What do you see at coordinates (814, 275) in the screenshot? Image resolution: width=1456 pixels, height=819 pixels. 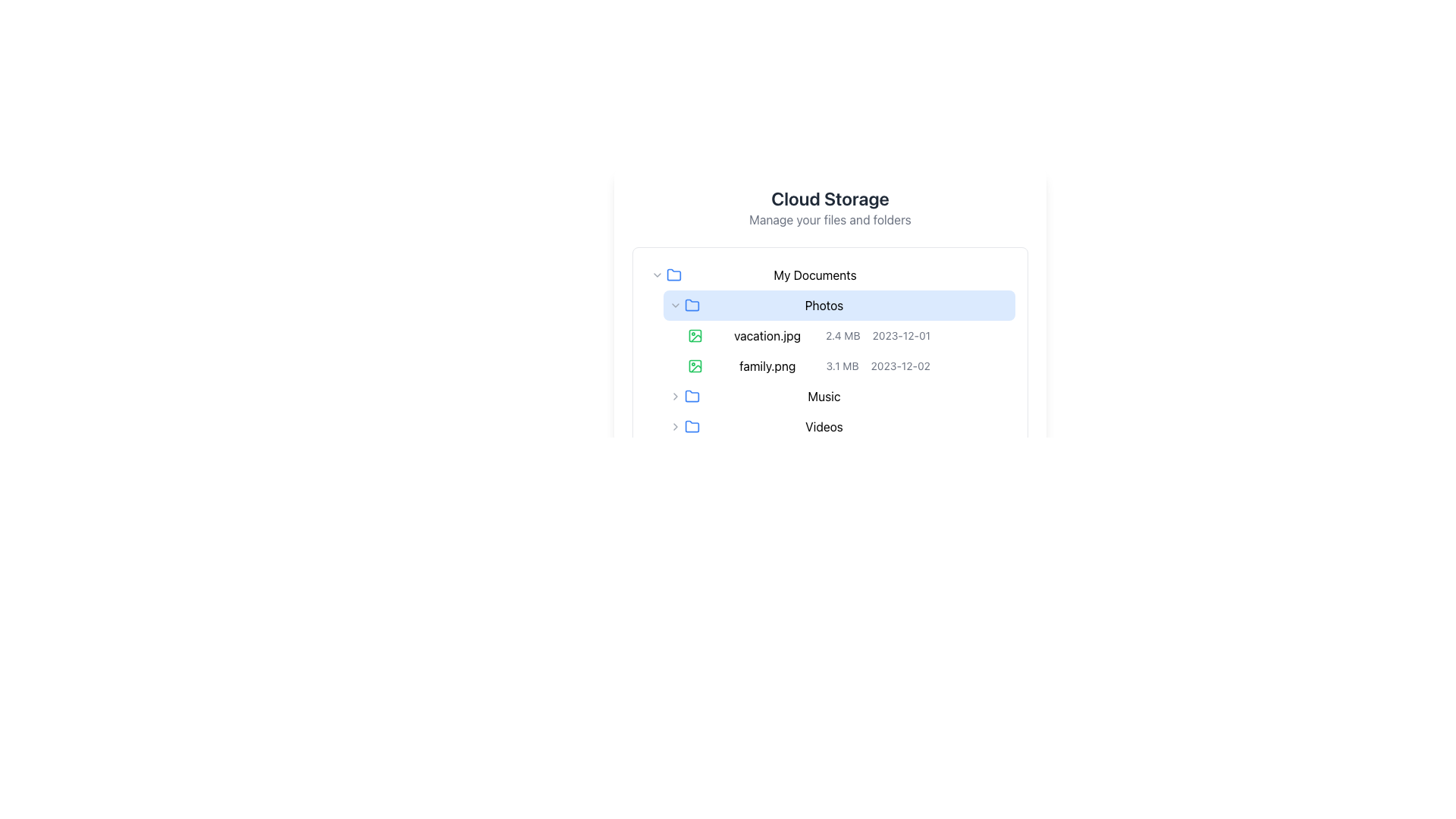 I see `the 'My Documents' label which is styled in a clean and modern typography within the Cloud Storage interface` at bounding box center [814, 275].